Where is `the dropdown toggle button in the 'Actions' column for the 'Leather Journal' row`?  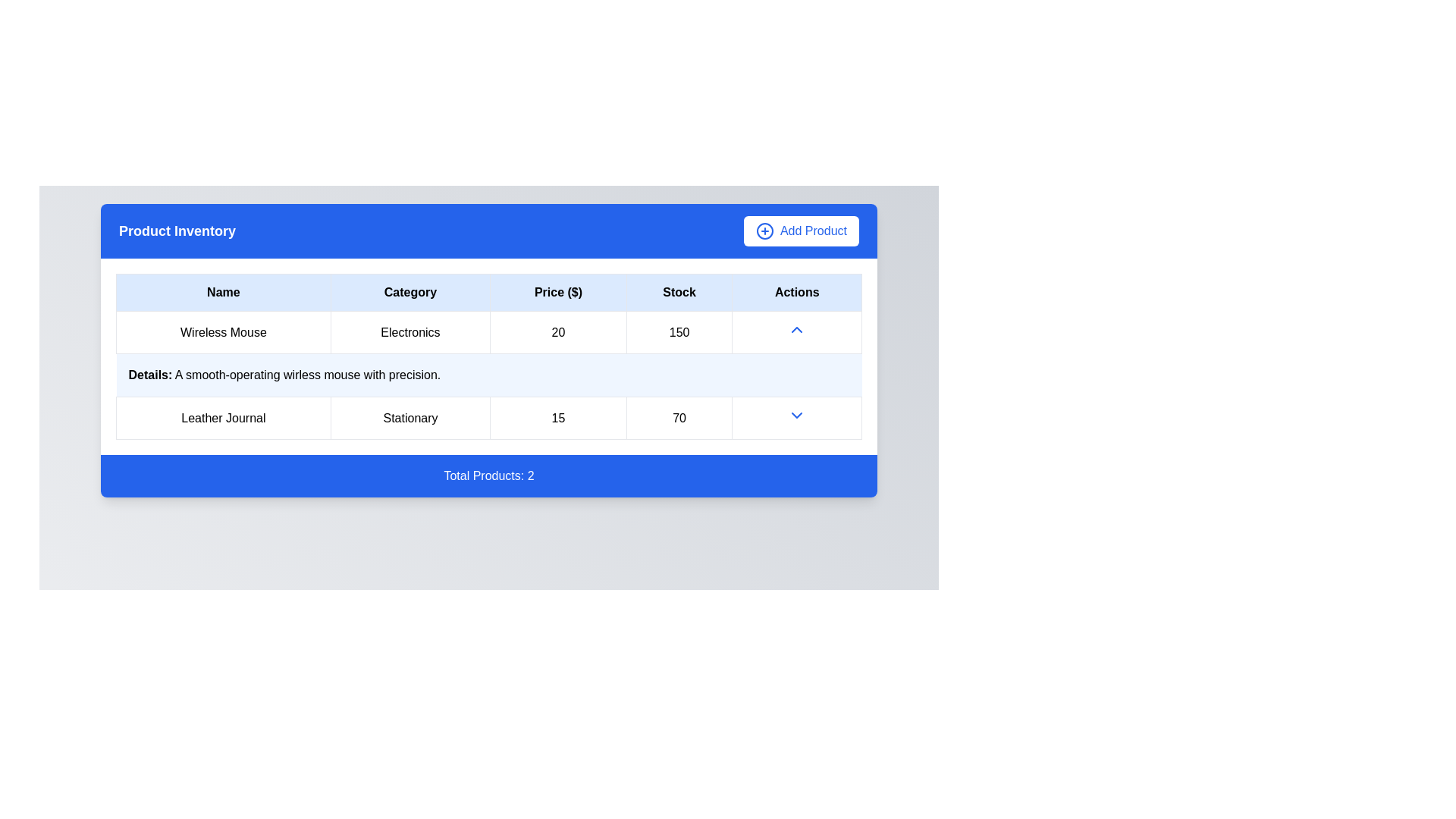
the dropdown toggle button in the 'Actions' column for the 'Leather Journal' row is located at coordinates (796, 418).